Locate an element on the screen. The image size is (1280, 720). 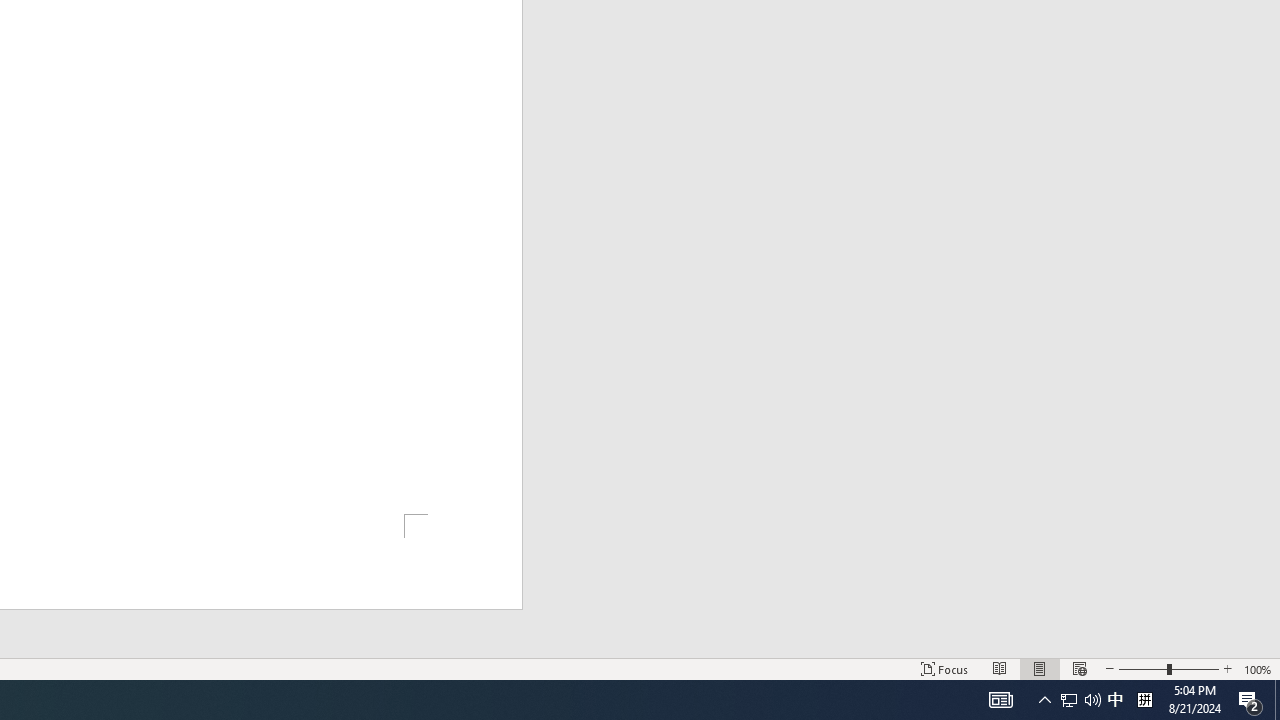
'Web Layout' is located at coordinates (1078, 669).